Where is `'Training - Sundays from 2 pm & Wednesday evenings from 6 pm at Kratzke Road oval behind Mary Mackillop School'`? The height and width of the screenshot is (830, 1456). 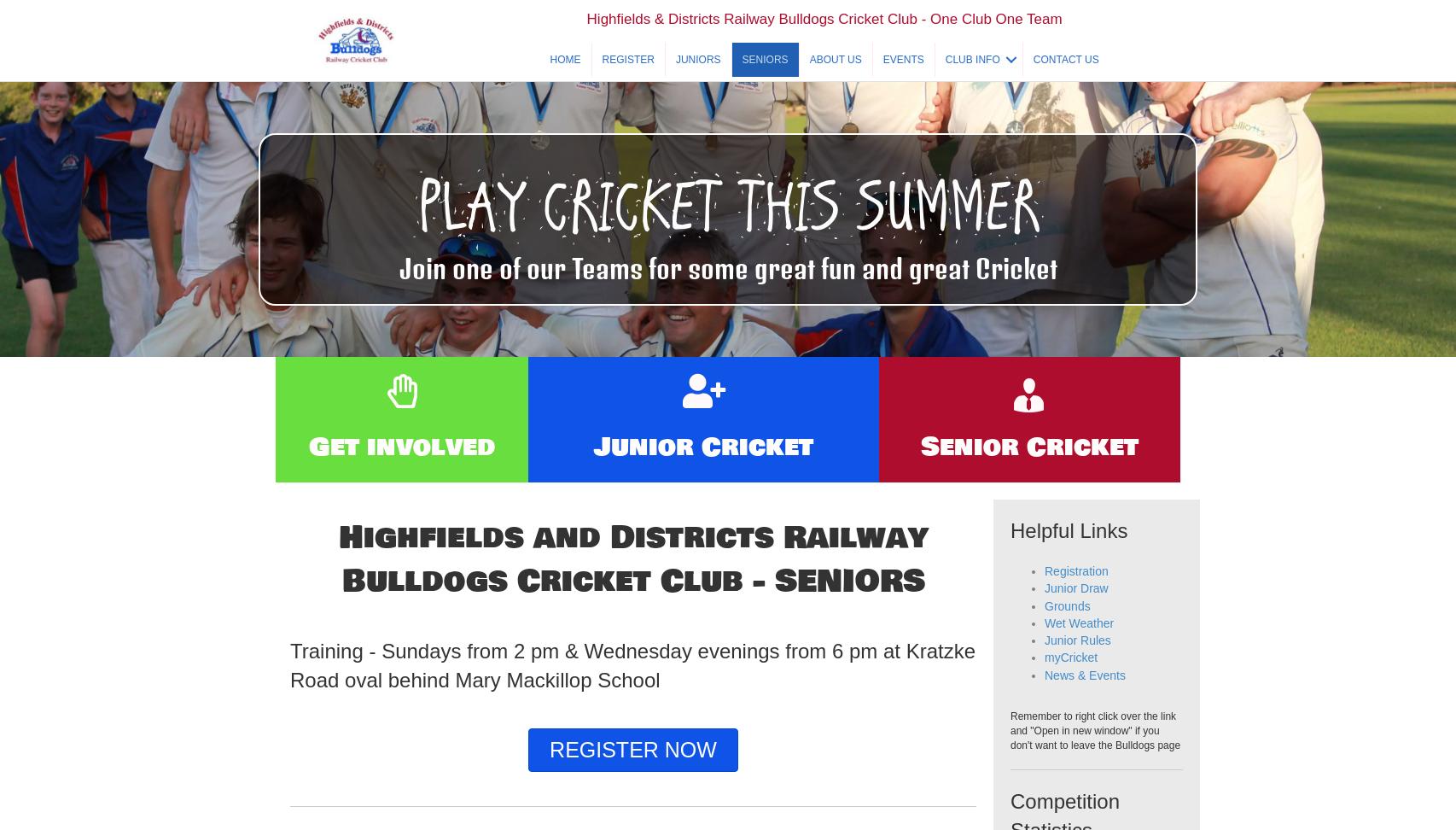
'Training - Sundays from 2 pm & Wednesday evenings from 6 pm at Kratzke Road oval behind Mary Mackillop School' is located at coordinates (632, 699).